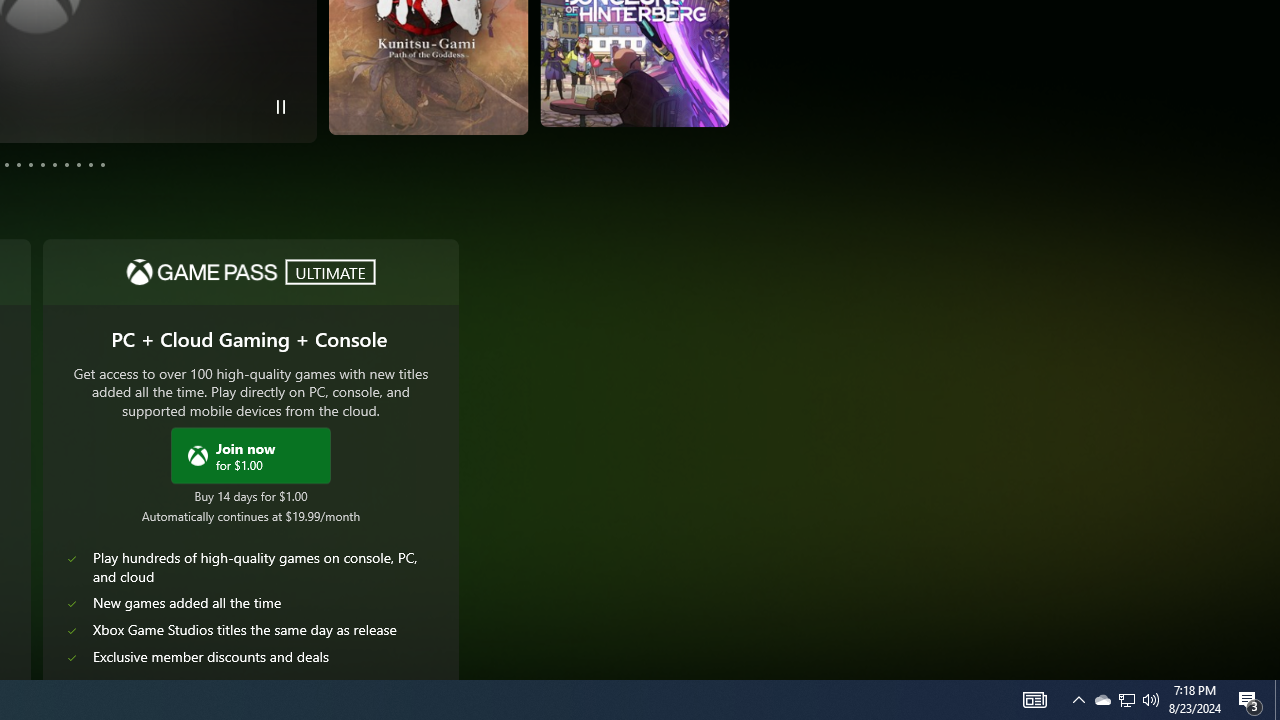 The width and height of the screenshot is (1280, 720). I want to click on 'Join Xbox Game Pass Ultimate now for $1.00', so click(250, 455).